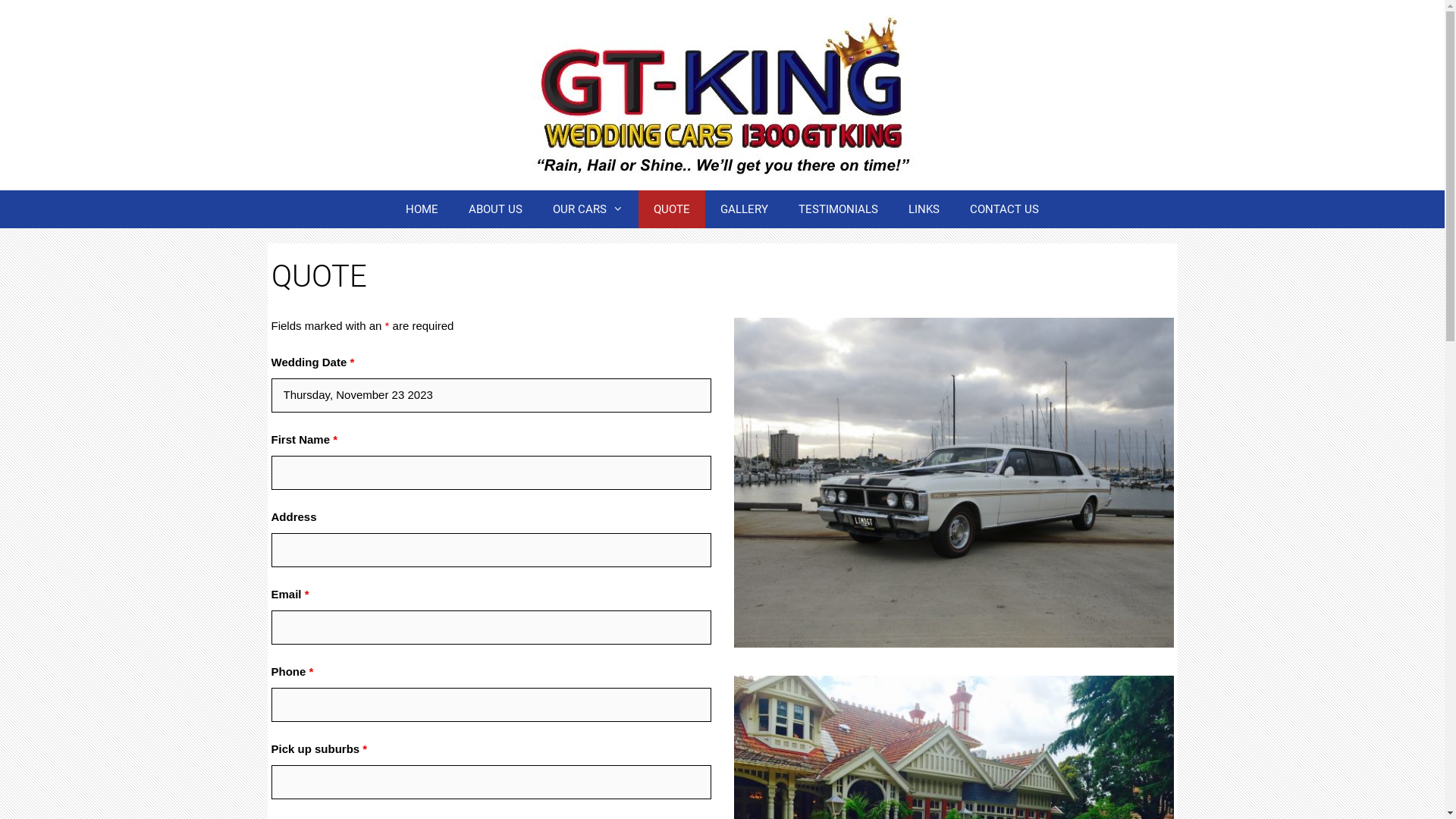 The height and width of the screenshot is (819, 1456). What do you see at coordinates (1004, 209) in the screenshot?
I see `'CONTACT US'` at bounding box center [1004, 209].